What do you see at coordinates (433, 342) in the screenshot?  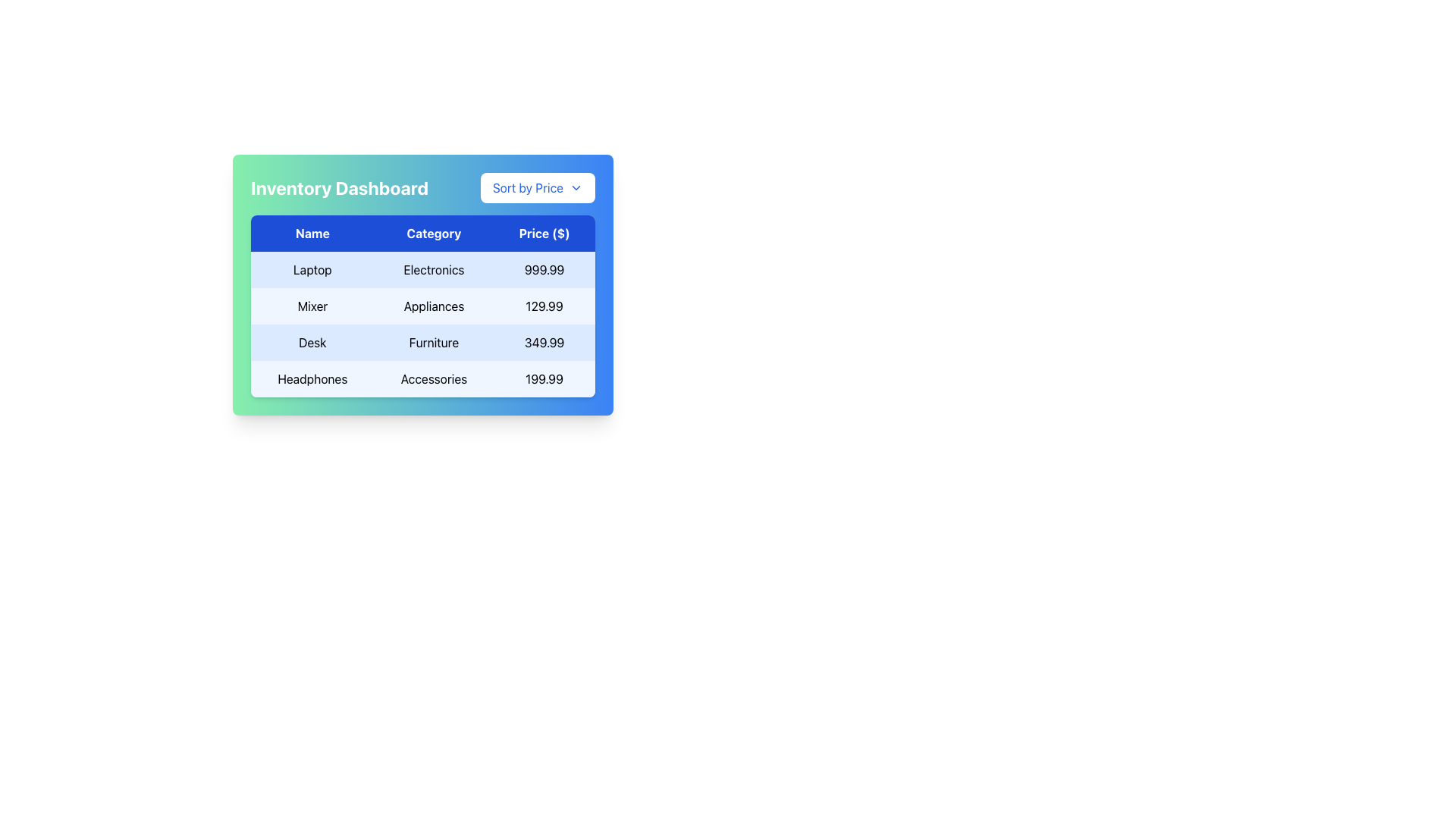 I see `the Text Label displaying 'Furniture' in the 'Category' column of the table for the 'Desk' product in the third row` at bounding box center [433, 342].